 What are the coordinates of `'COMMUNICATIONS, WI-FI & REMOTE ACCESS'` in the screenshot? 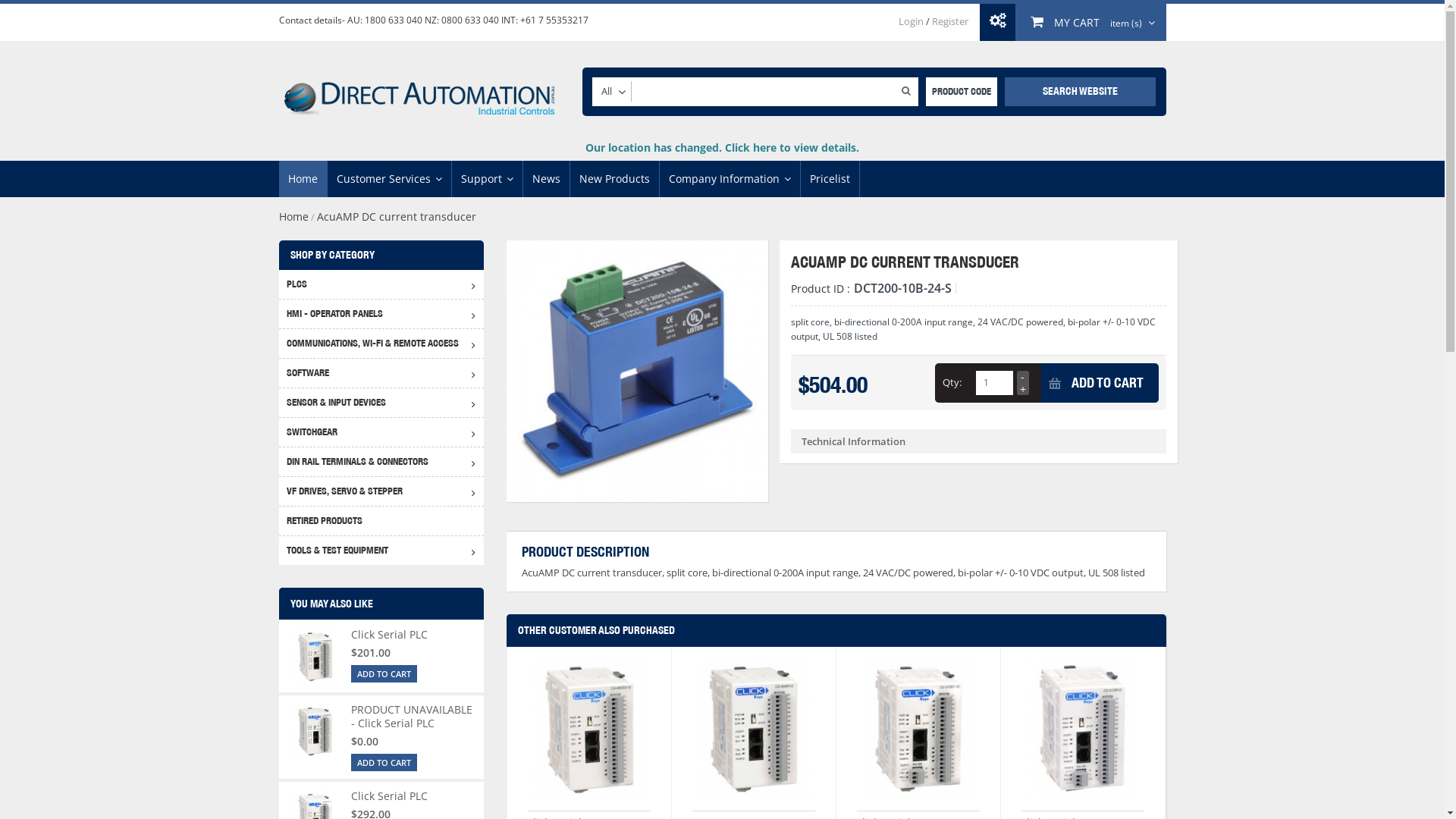 It's located at (381, 343).